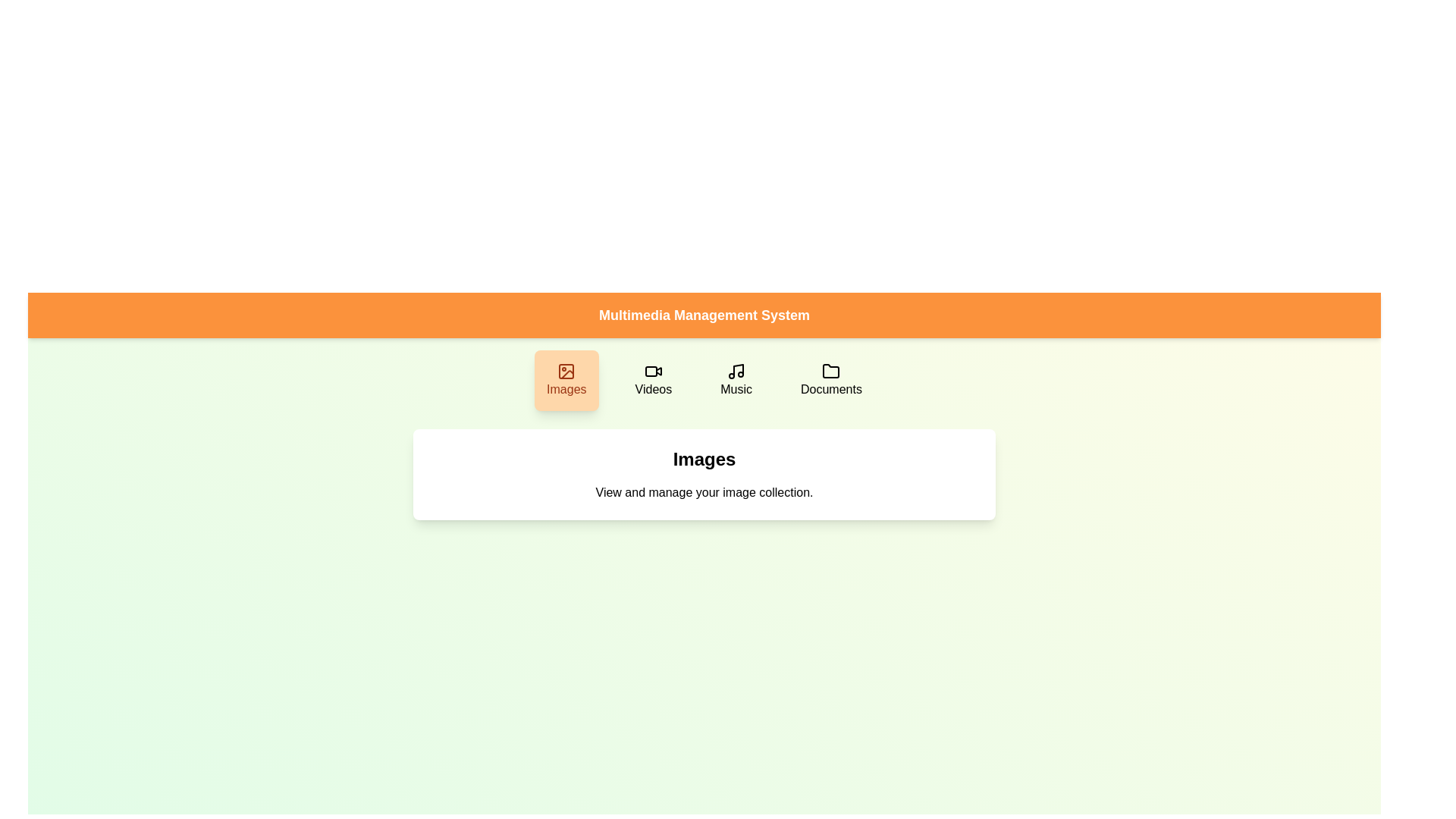 The height and width of the screenshot is (819, 1456). I want to click on the Music button to switch the active category, so click(736, 379).